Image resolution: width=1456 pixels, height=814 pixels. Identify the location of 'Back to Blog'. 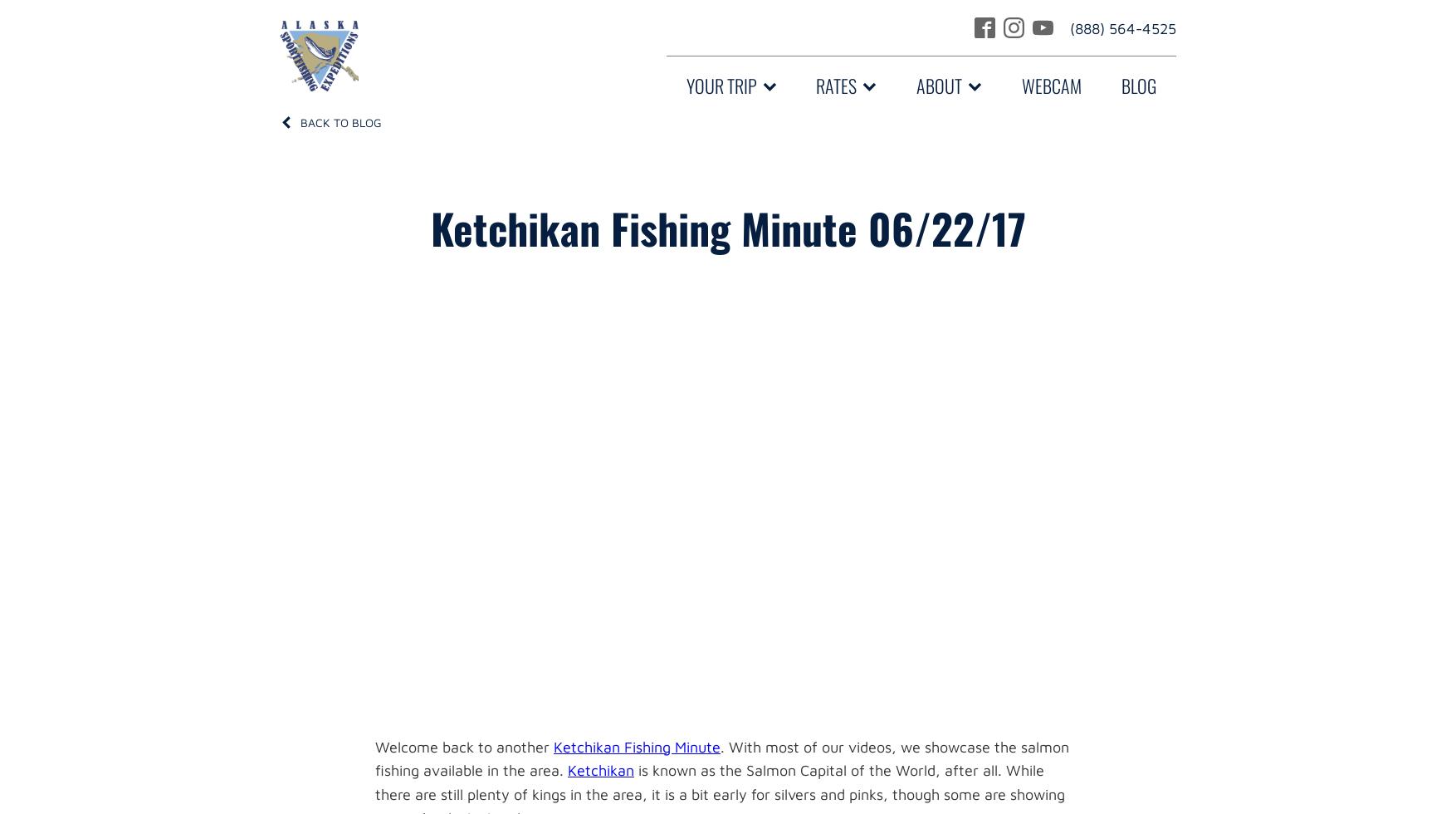
(340, 121).